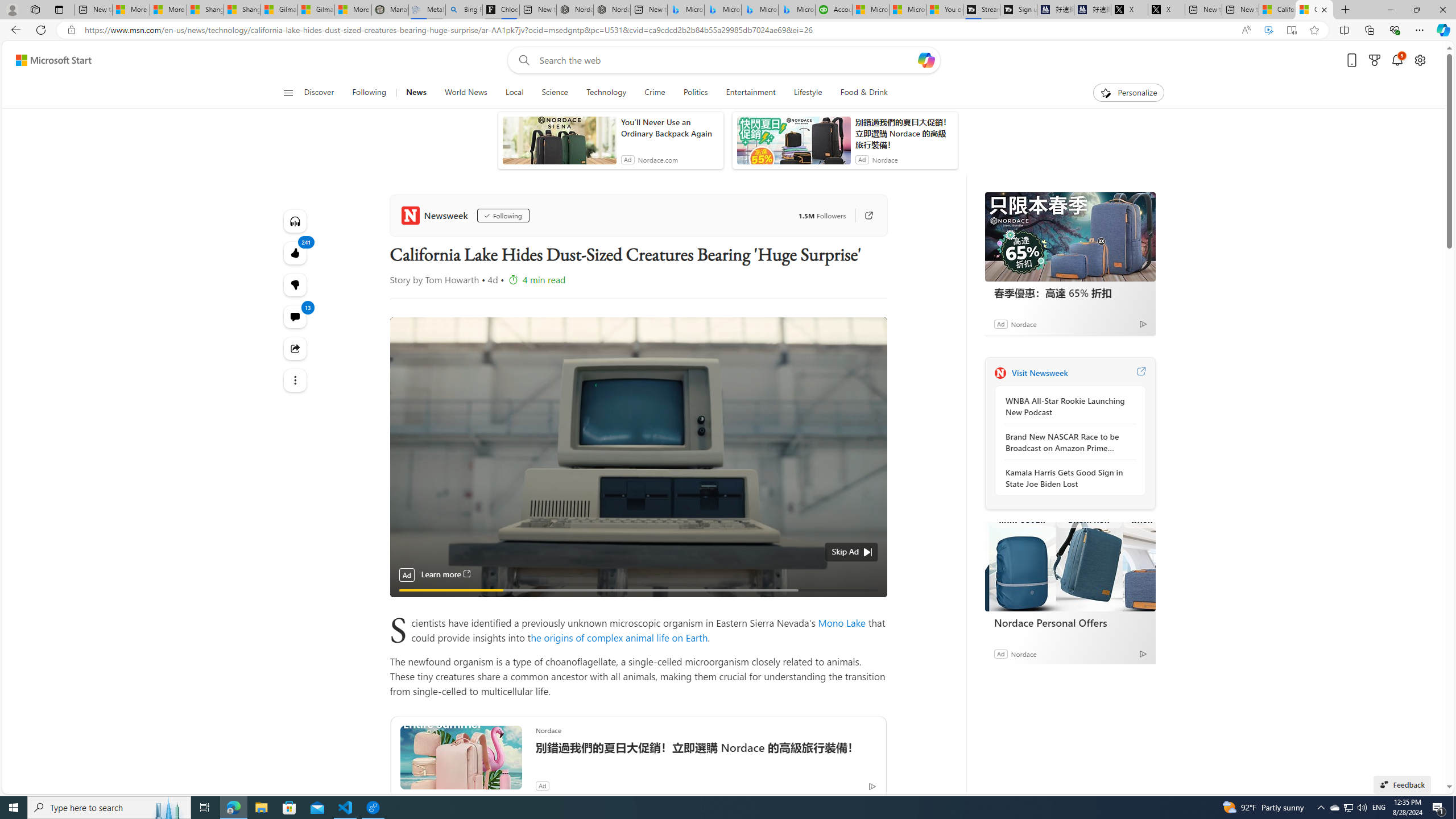 This screenshot has width=1456, height=819. What do you see at coordinates (500, 9) in the screenshot?
I see `'Chloe Sorvino'` at bounding box center [500, 9].